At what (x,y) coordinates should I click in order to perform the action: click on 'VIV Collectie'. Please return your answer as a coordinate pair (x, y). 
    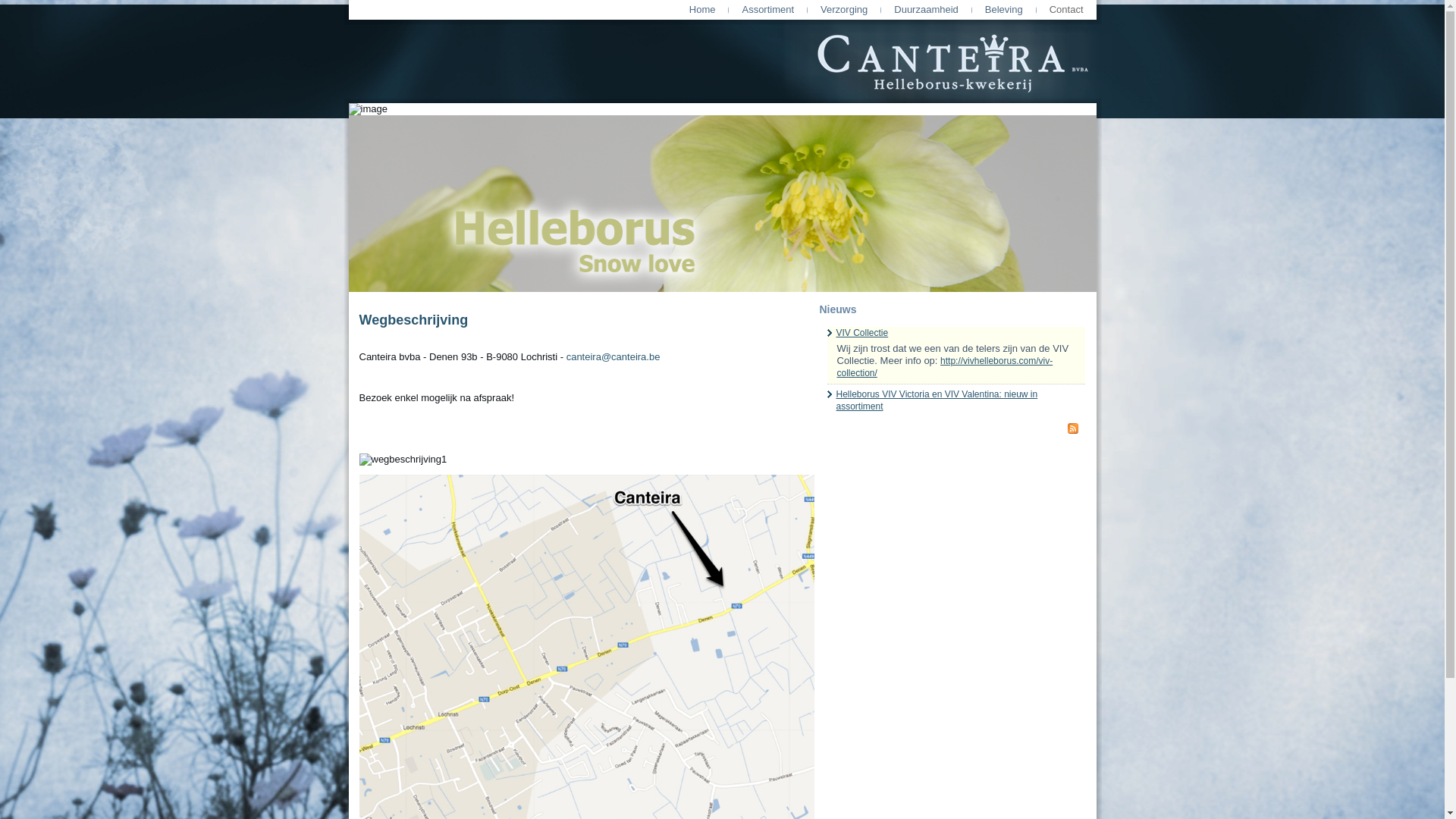
    Looking at the image, I should click on (861, 332).